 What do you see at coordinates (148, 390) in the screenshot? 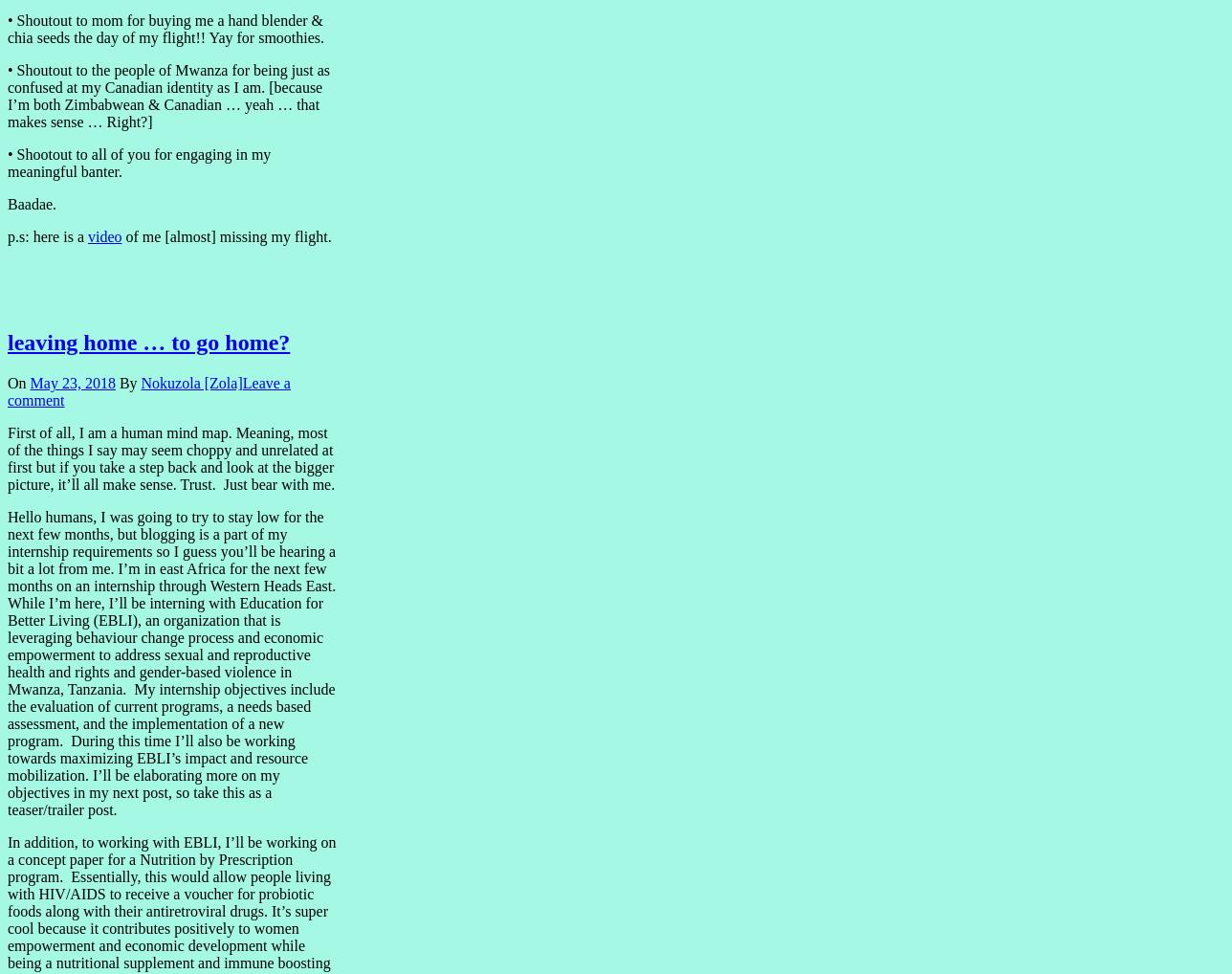
I see `'Leave a comment'` at bounding box center [148, 390].